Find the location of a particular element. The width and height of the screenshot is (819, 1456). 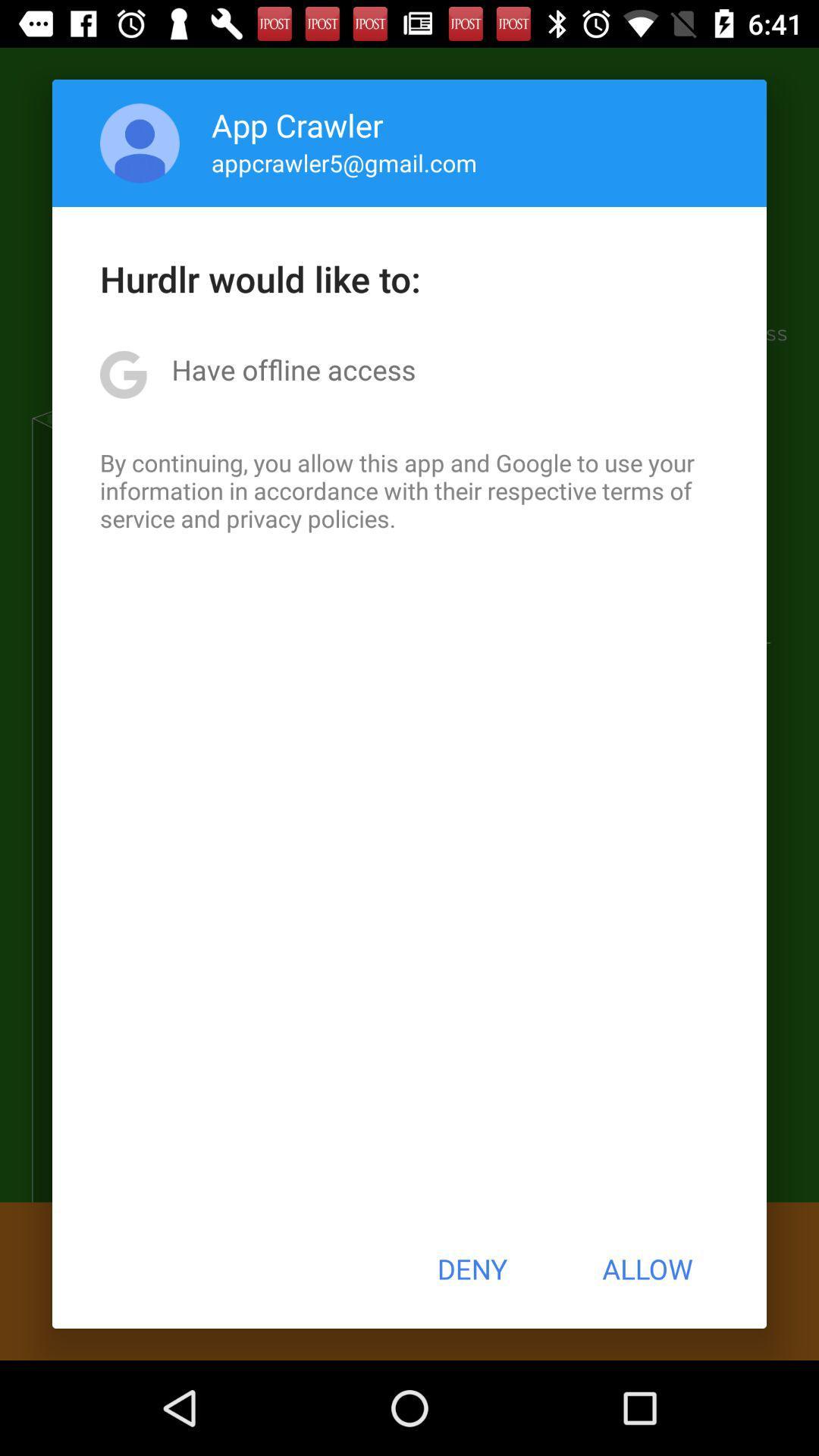

item above the appcrawler5@gmail.com is located at coordinates (297, 124).